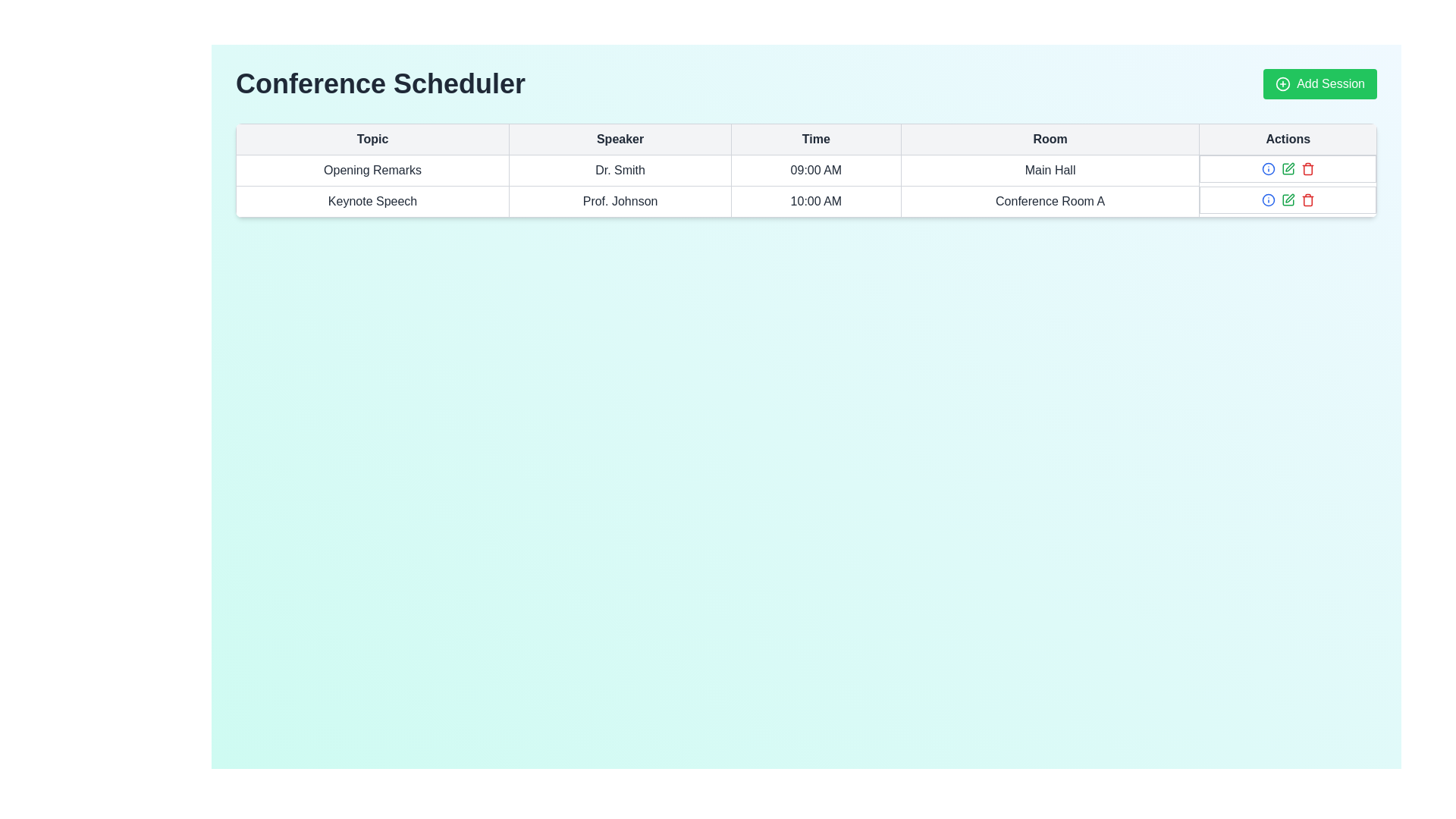 Image resolution: width=1456 pixels, height=819 pixels. Describe the element at coordinates (1268, 169) in the screenshot. I see `the small blue circular icon with an 'i' in the center located in the 'Actions' column of the second row in the table associated with 'Conference Room A'` at that location.